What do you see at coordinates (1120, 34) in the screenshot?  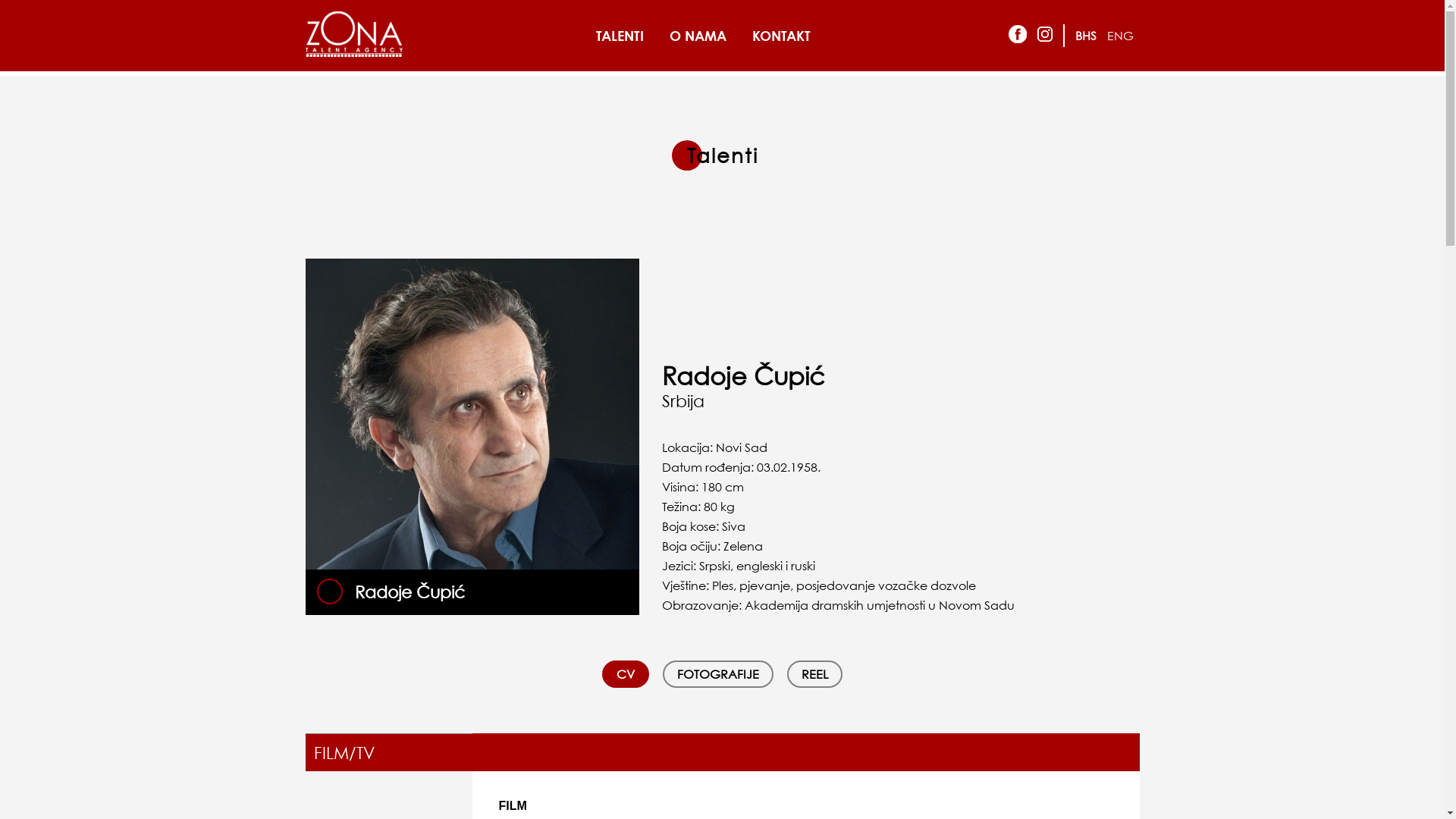 I see `'ENG'` at bounding box center [1120, 34].